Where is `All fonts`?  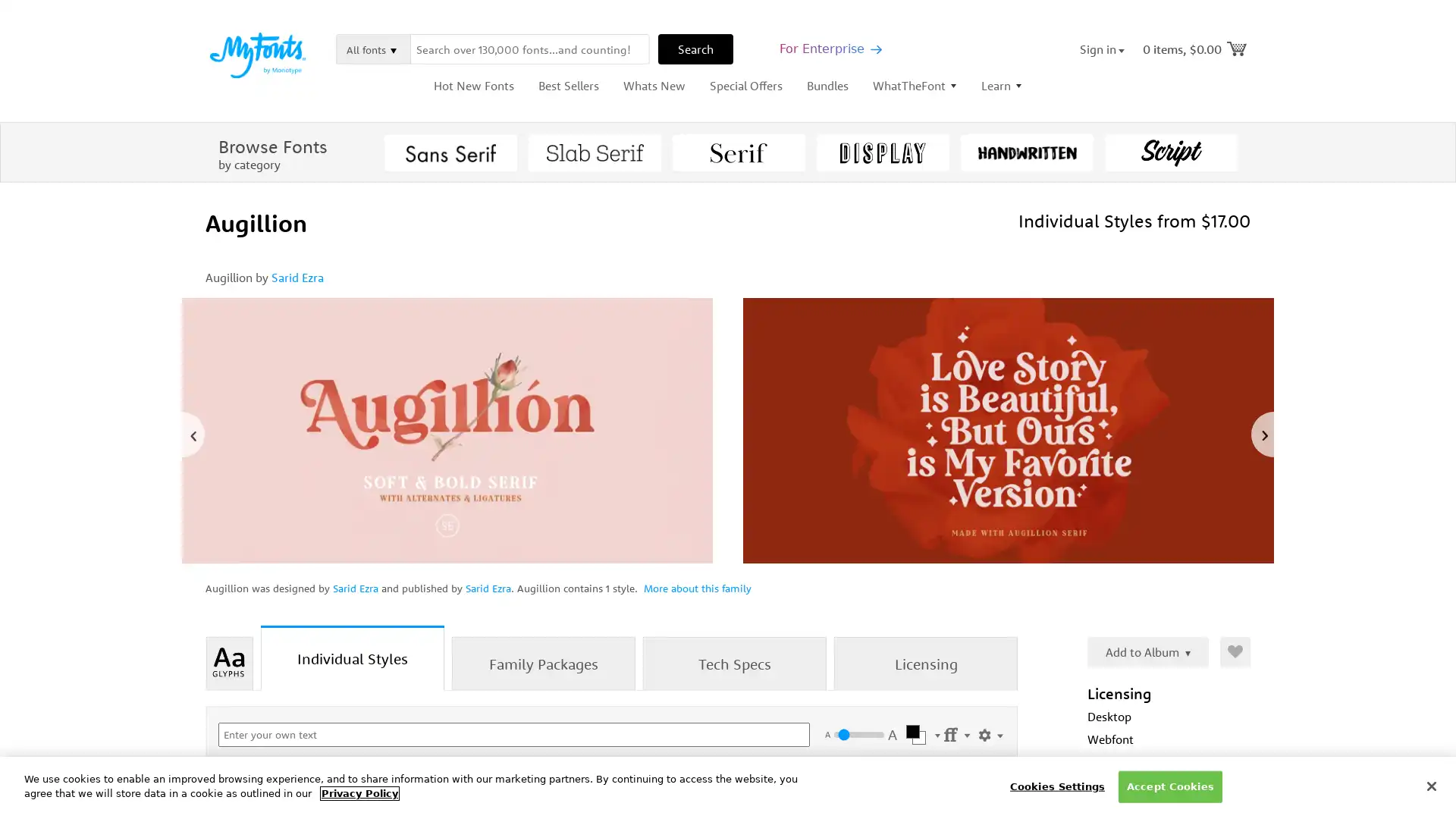 All fonts is located at coordinates (373, 49).